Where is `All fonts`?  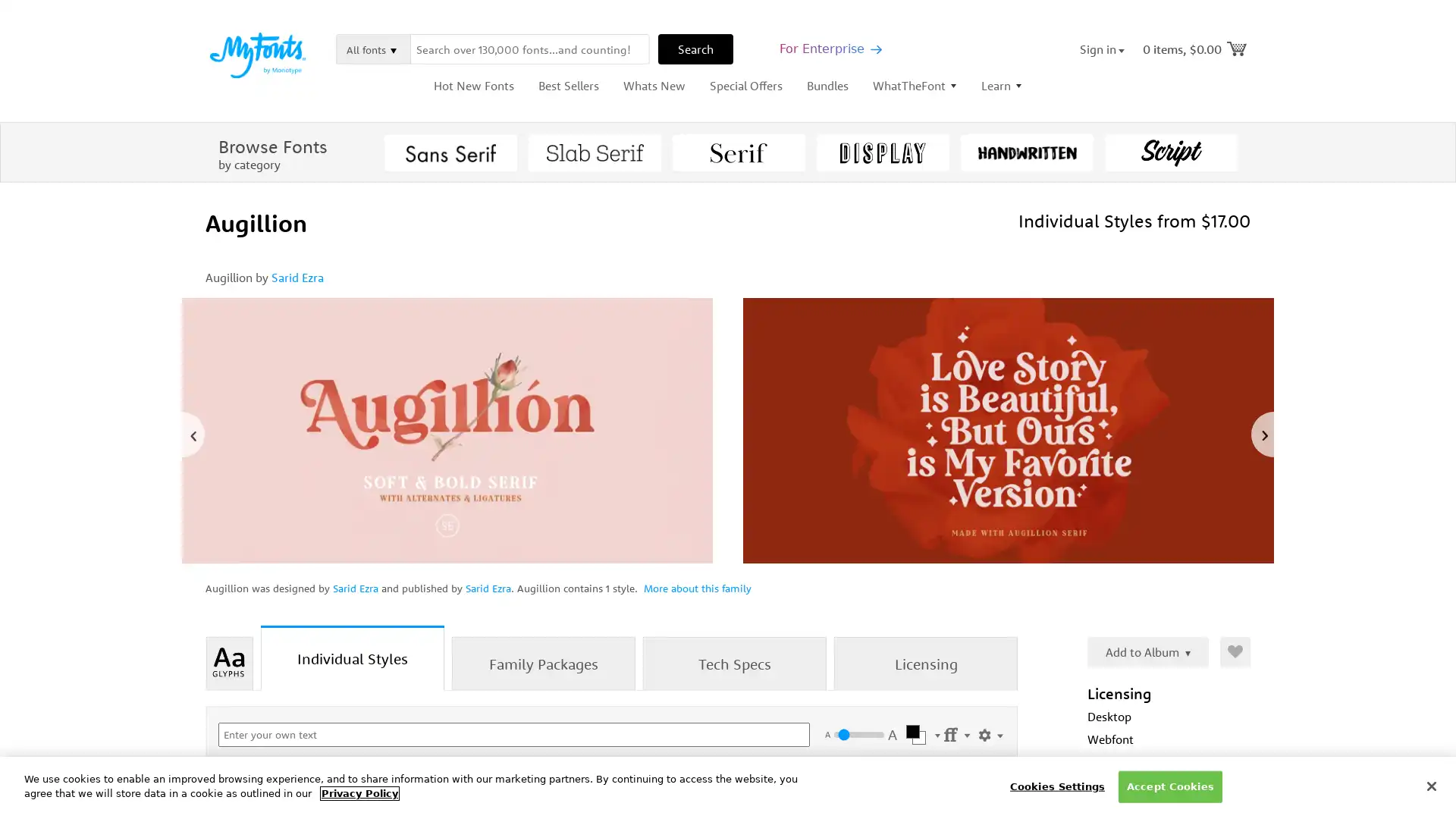 All fonts is located at coordinates (373, 49).